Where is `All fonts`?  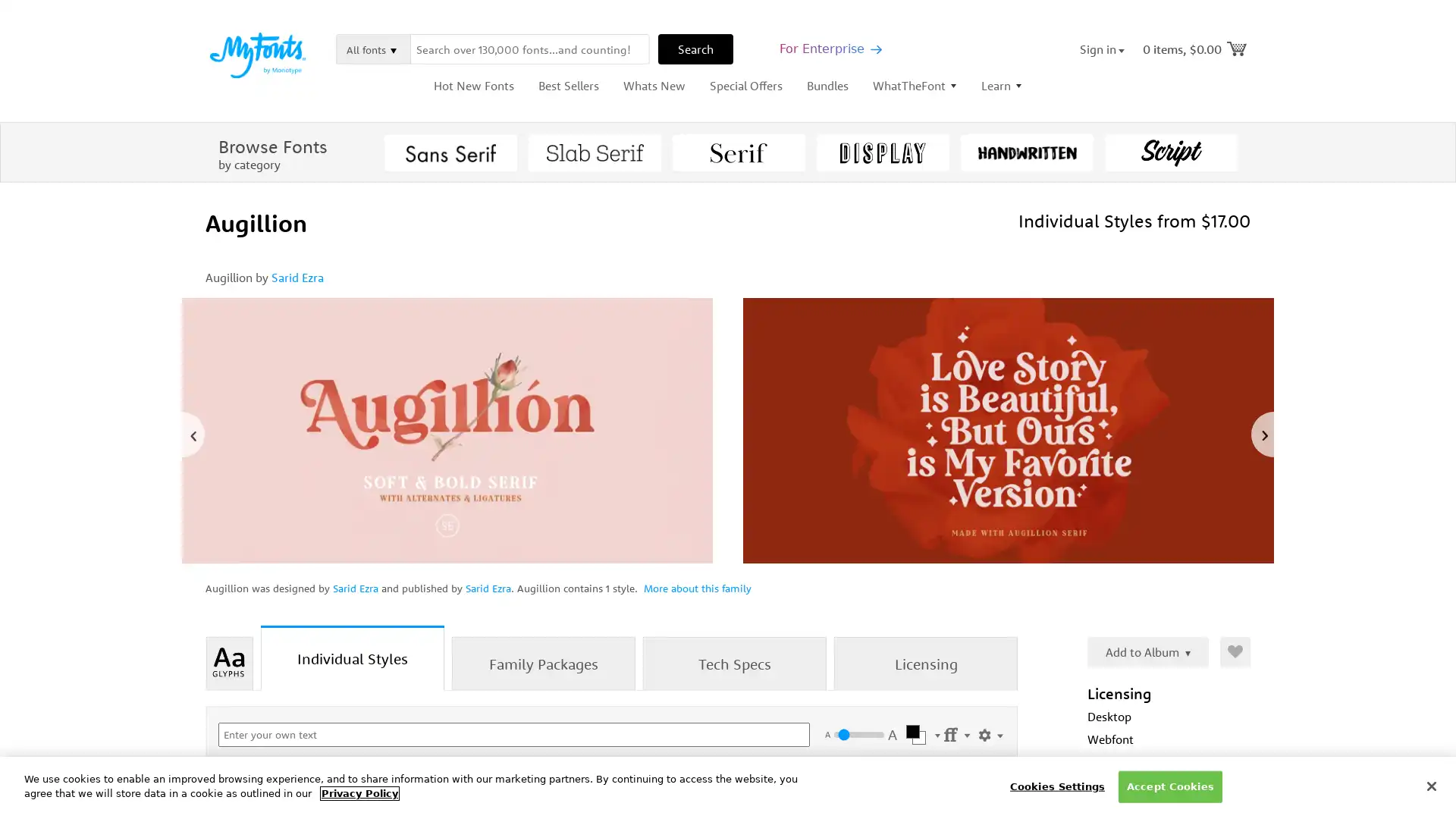 All fonts is located at coordinates (373, 49).